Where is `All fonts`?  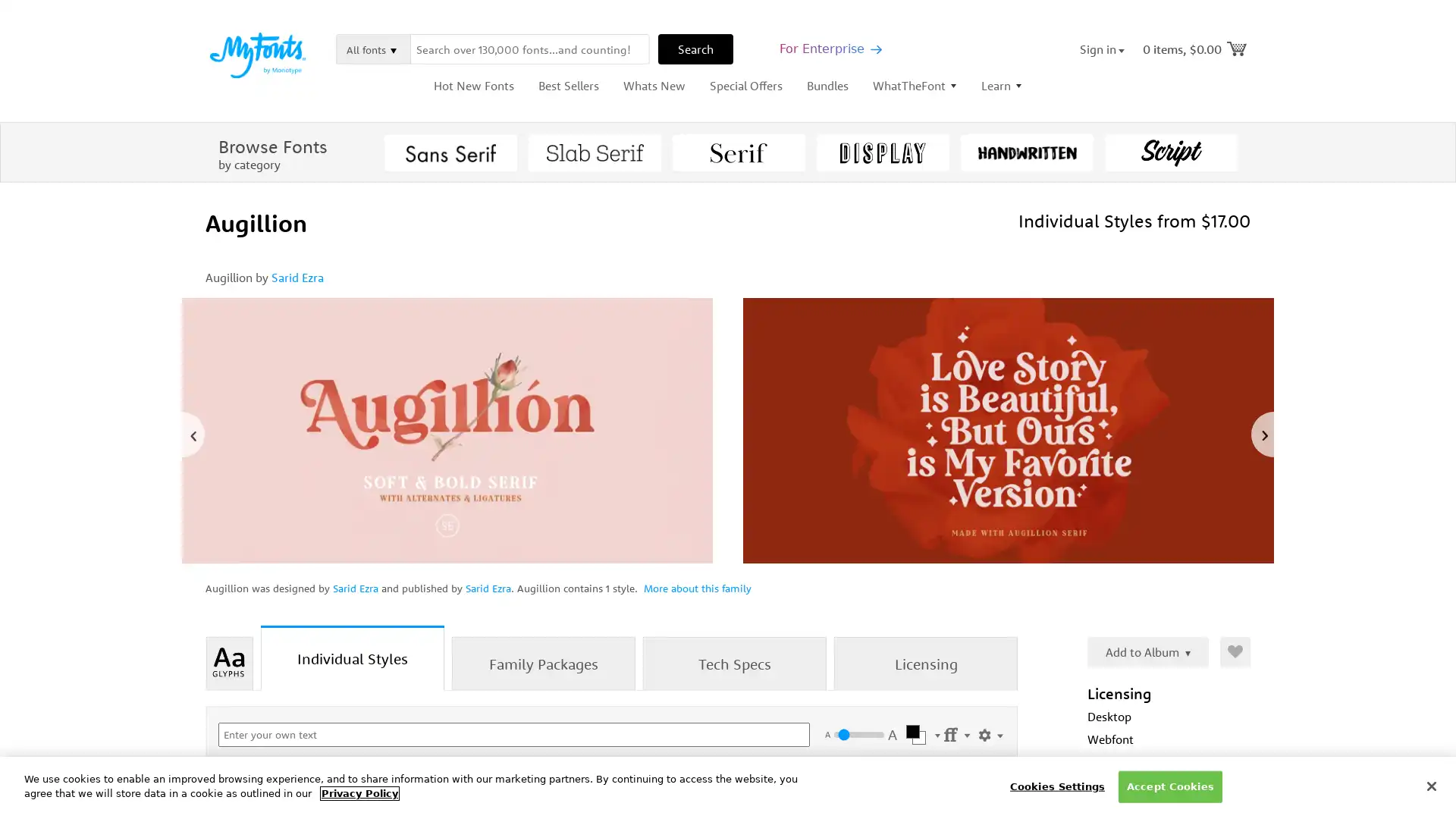 All fonts is located at coordinates (373, 49).